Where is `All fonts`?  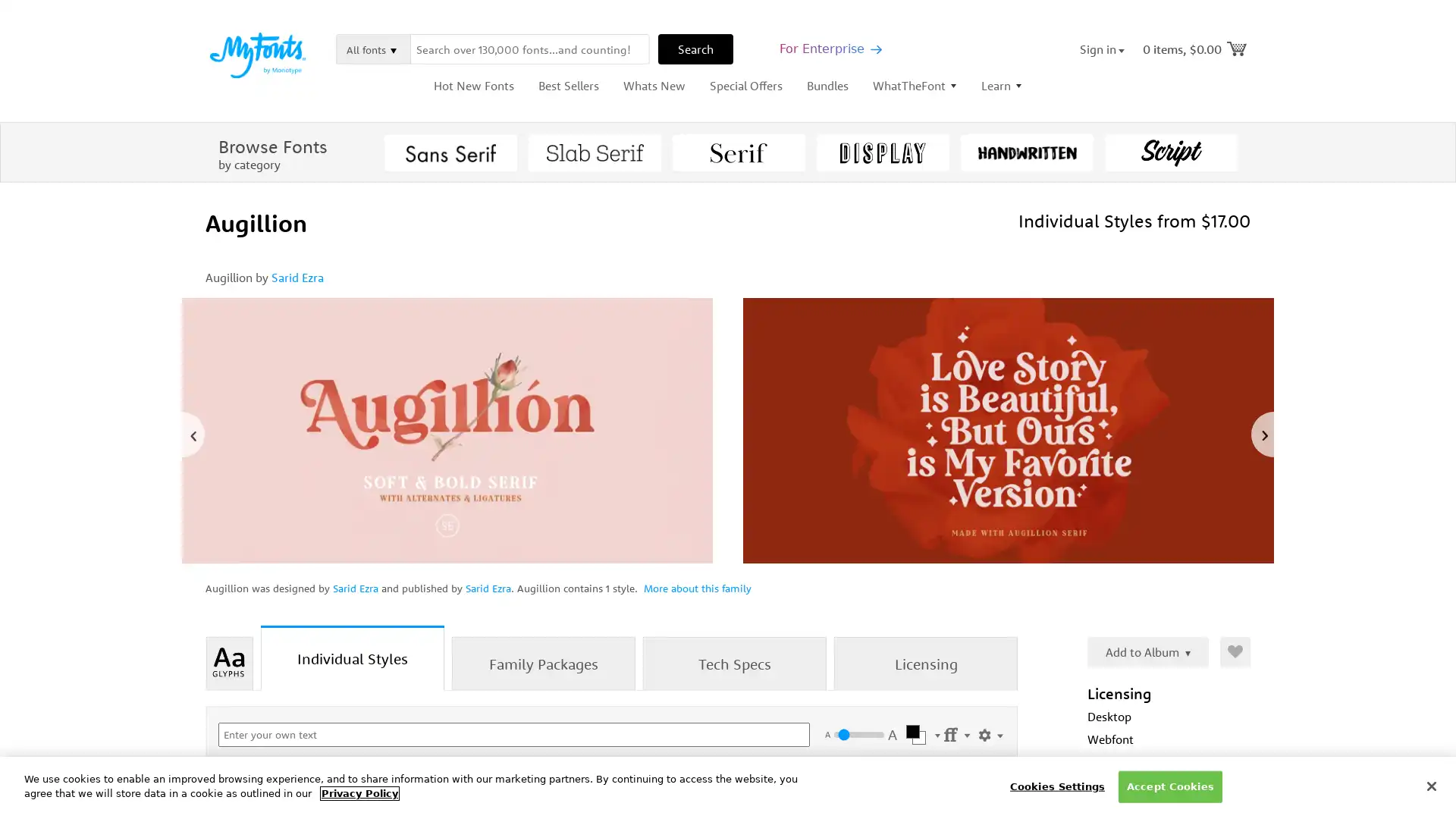 All fonts is located at coordinates (373, 49).